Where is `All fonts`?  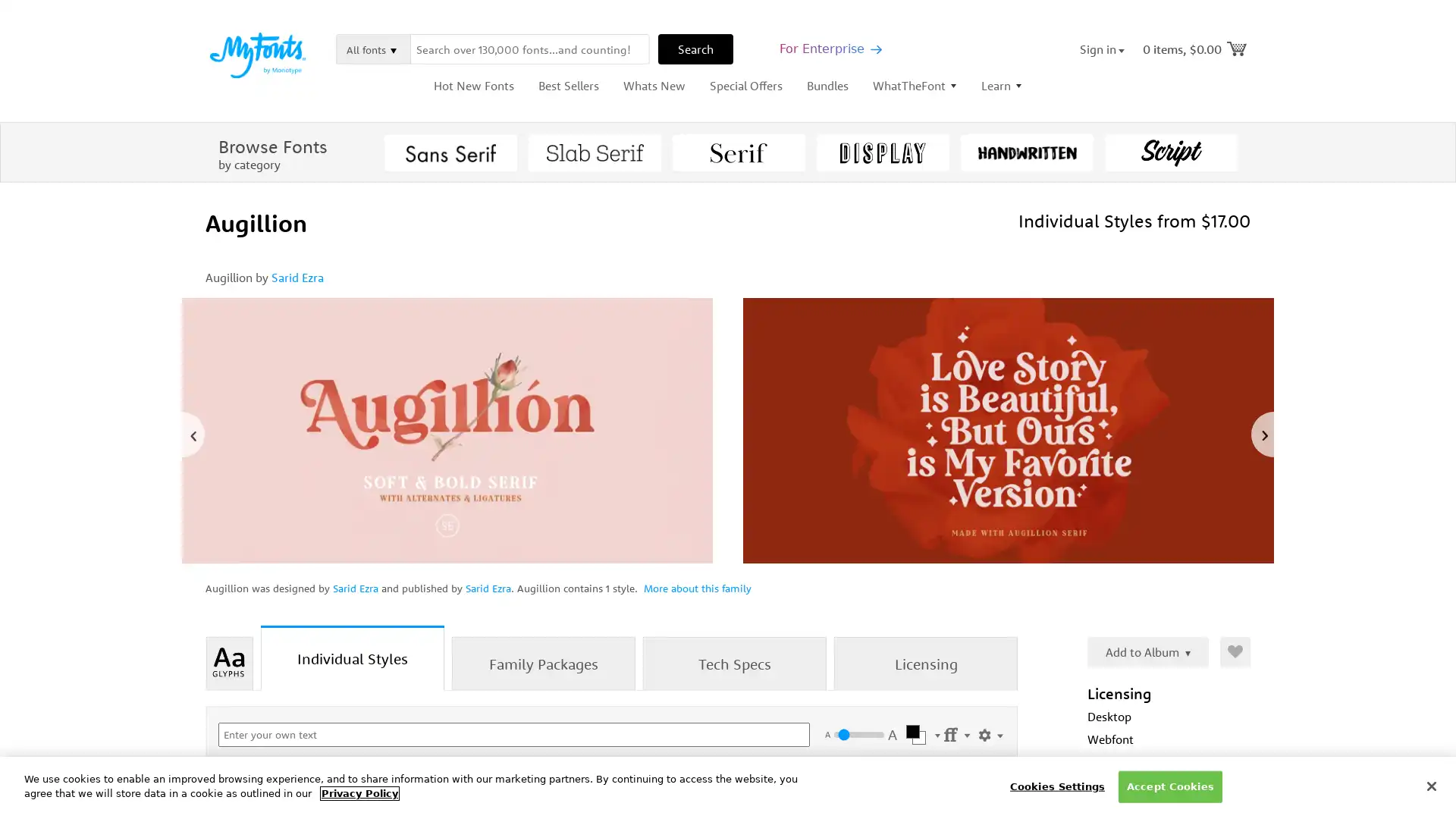 All fonts is located at coordinates (373, 49).